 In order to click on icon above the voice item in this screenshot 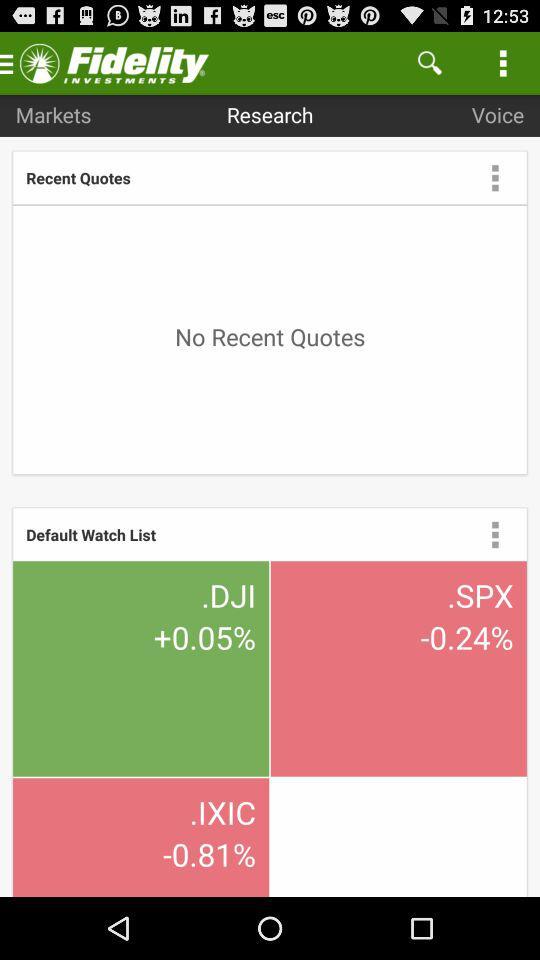, I will do `click(428, 62)`.